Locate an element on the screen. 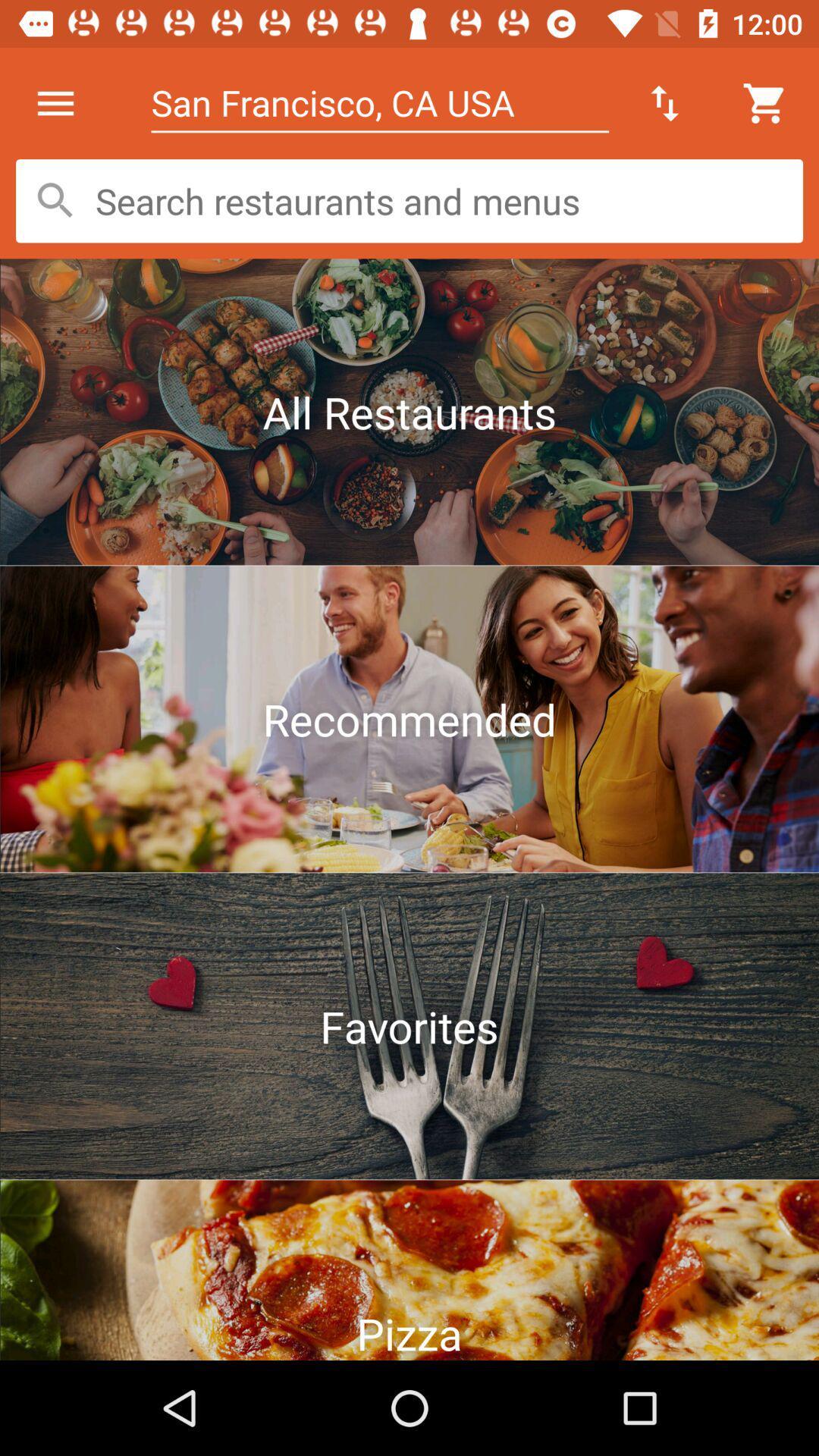 The image size is (819, 1456). search for is located at coordinates (409, 200).